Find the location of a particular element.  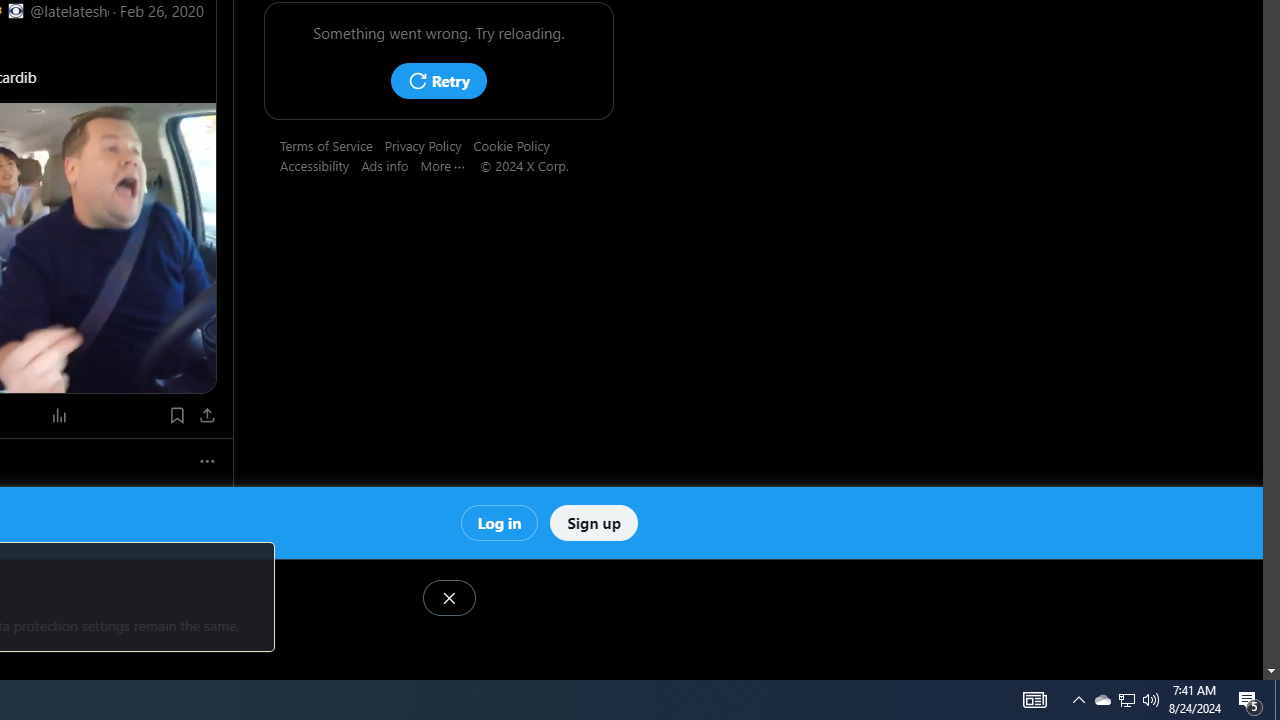

'Retry' is located at coordinates (437, 79).